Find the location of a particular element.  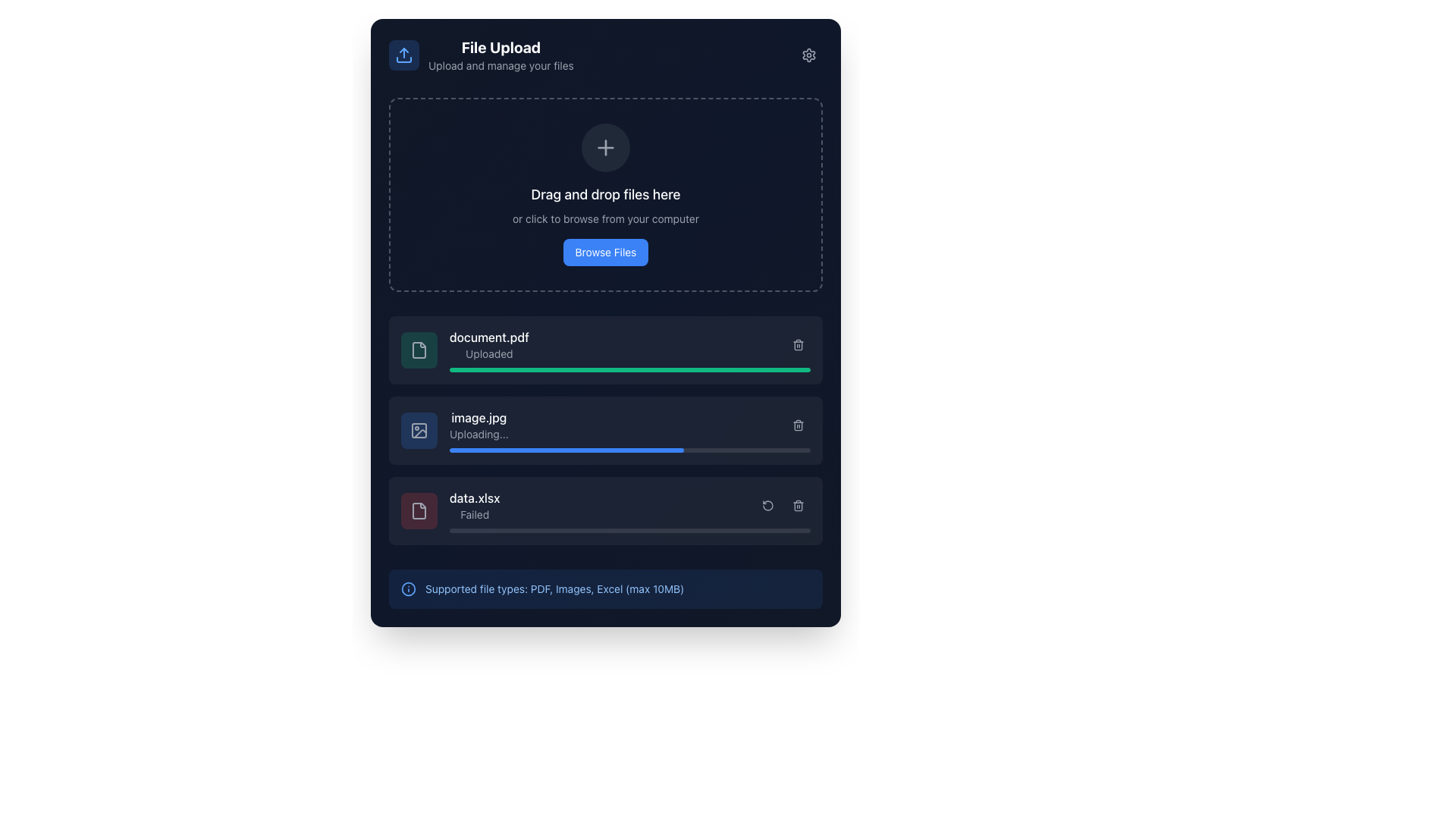

the label displaying 'image.jpg' with the status 'Uploading...' is located at coordinates (478, 425).